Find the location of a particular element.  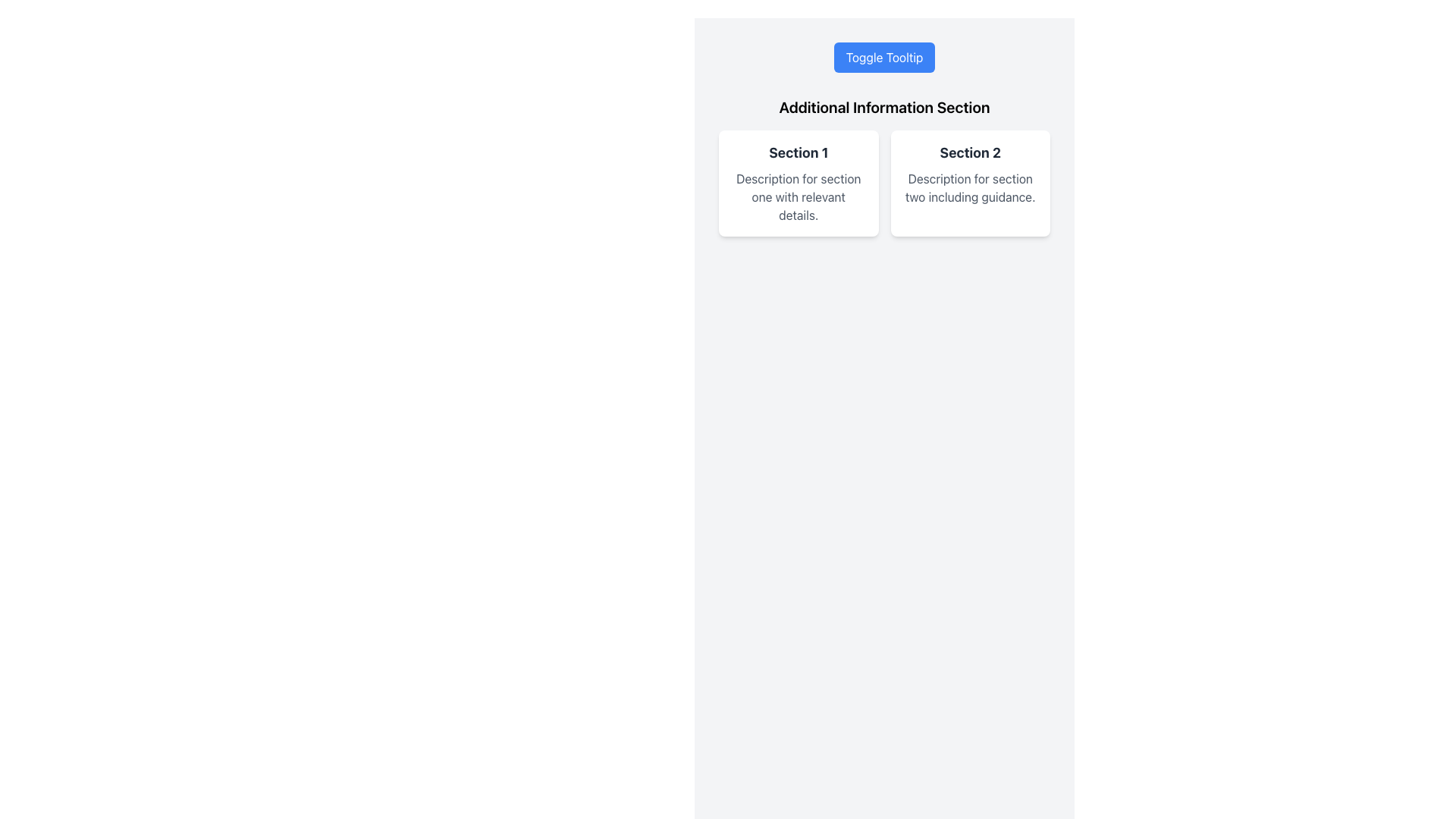

the 'Toggle Tooltip' button with a blue background and white text is located at coordinates (884, 57).